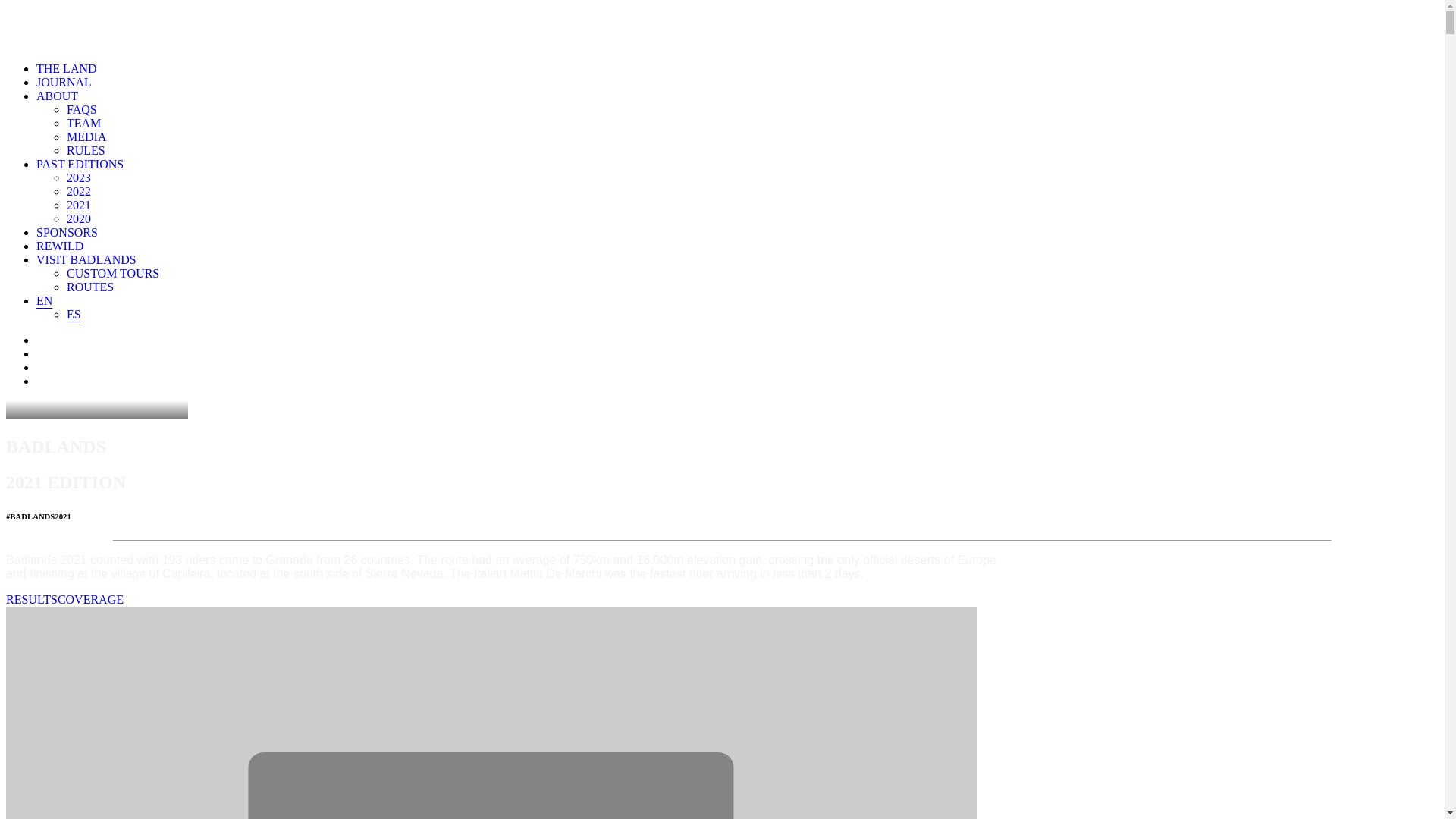  I want to click on 'JOURNAL', so click(63, 82).